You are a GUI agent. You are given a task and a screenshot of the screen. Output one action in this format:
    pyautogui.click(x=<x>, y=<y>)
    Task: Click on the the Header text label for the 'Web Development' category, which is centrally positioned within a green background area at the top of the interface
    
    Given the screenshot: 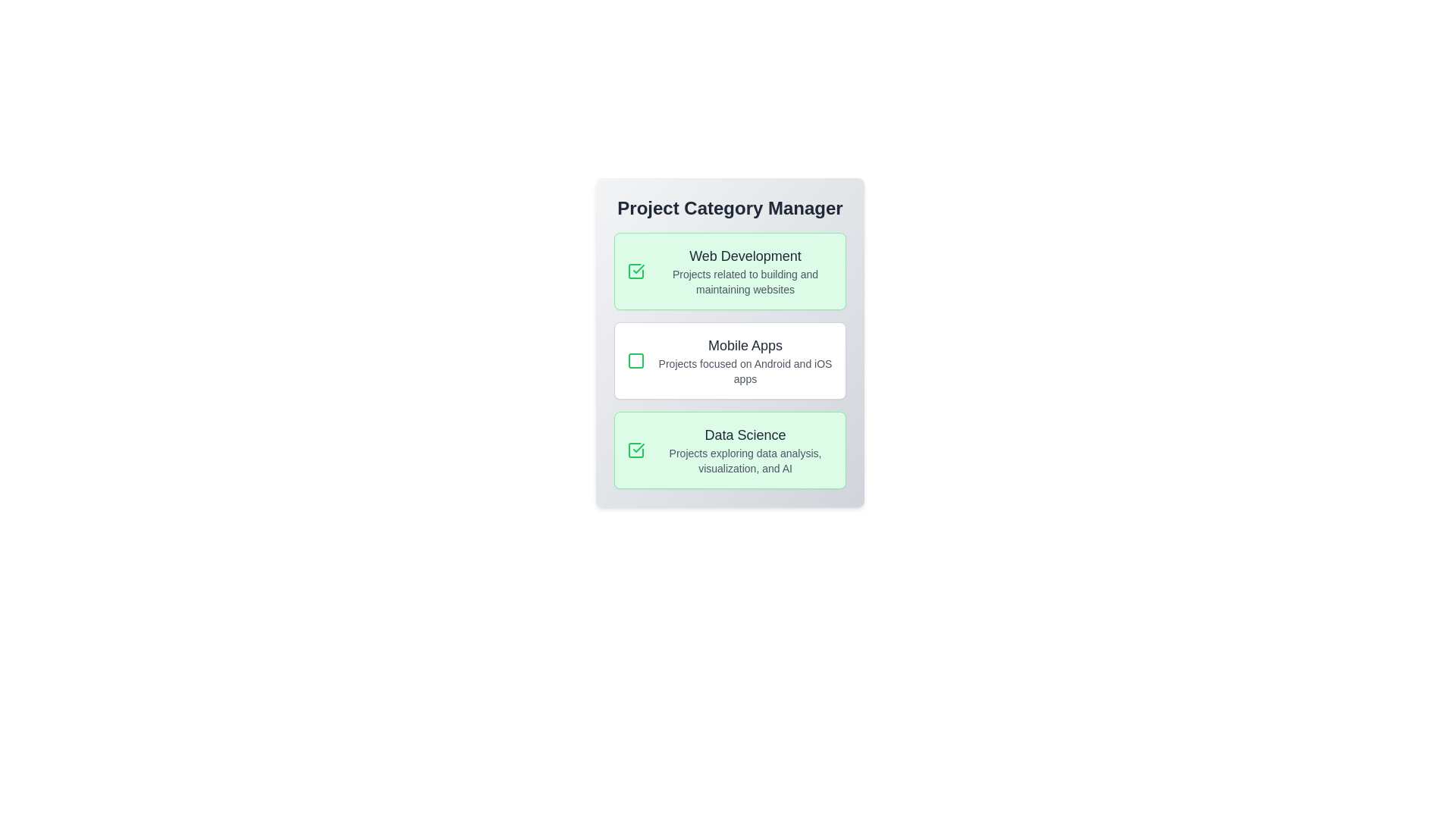 What is the action you would take?
    pyautogui.click(x=745, y=256)
    